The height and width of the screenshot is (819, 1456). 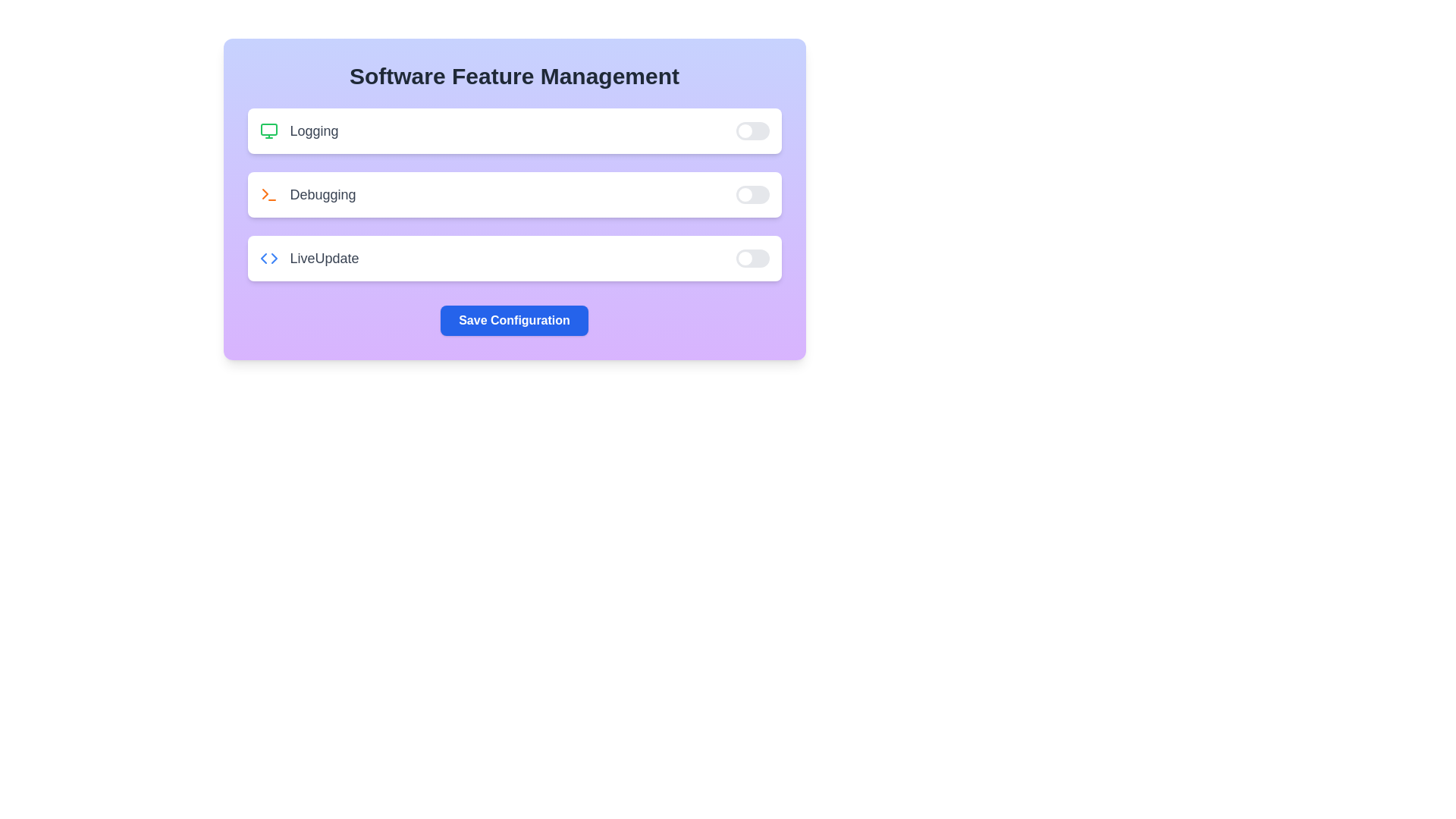 What do you see at coordinates (514, 320) in the screenshot?
I see `the 'Save Configuration' button` at bounding box center [514, 320].